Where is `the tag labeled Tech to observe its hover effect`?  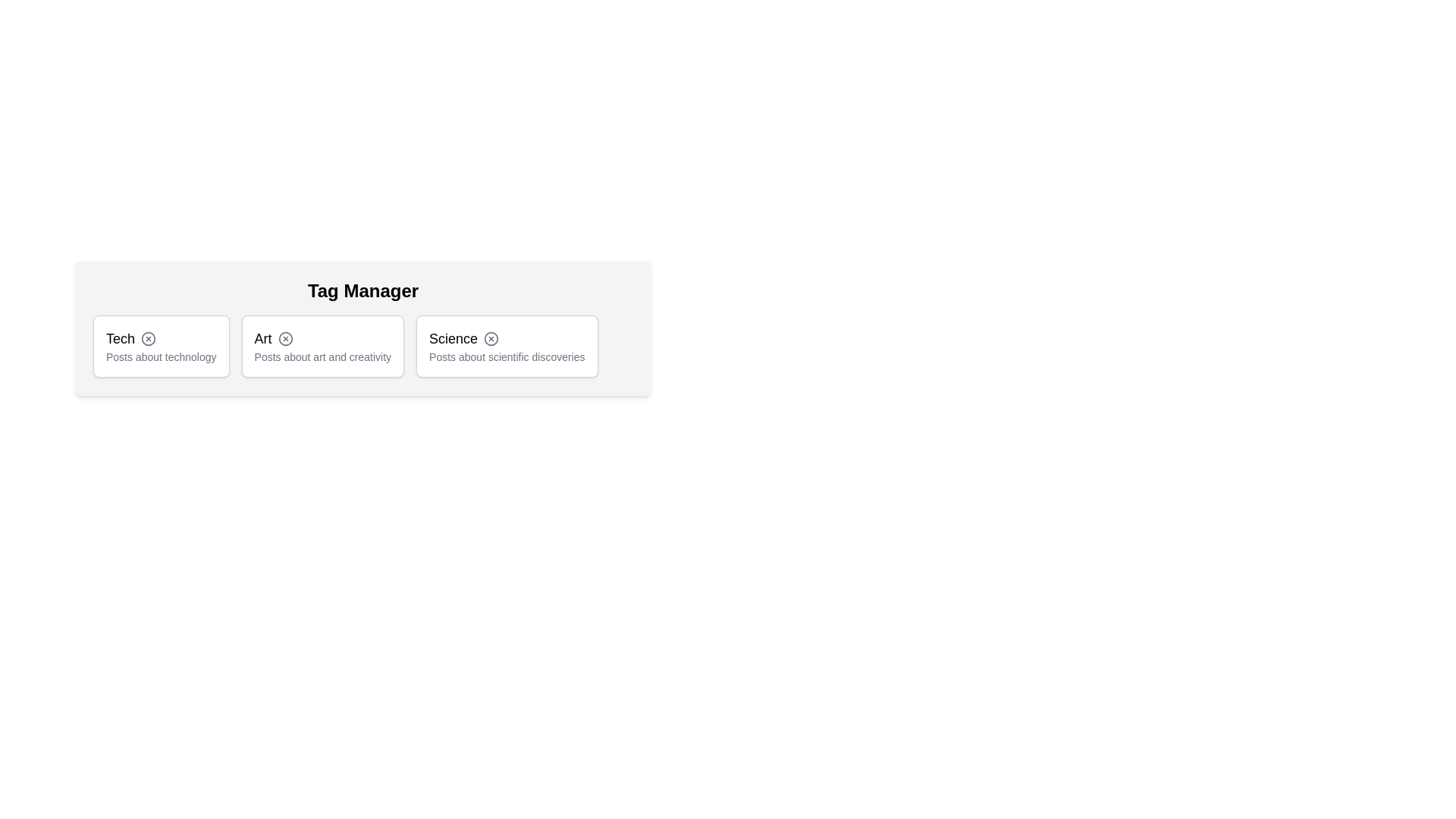 the tag labeled Tech to observe its hover effect is located at coordinates (161, 346).